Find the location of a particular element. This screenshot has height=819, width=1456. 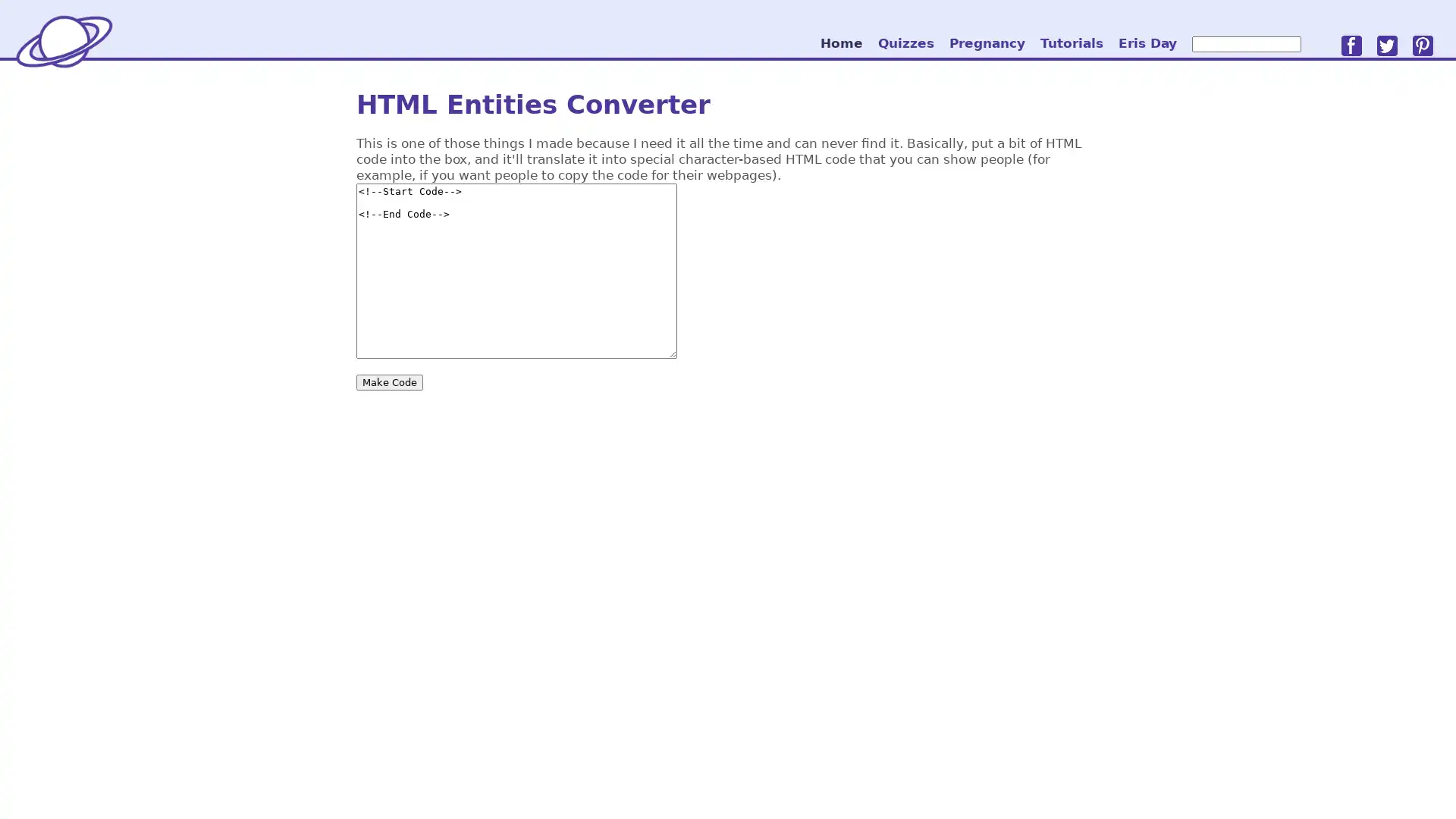

go is located at coordinates (1314, 42).